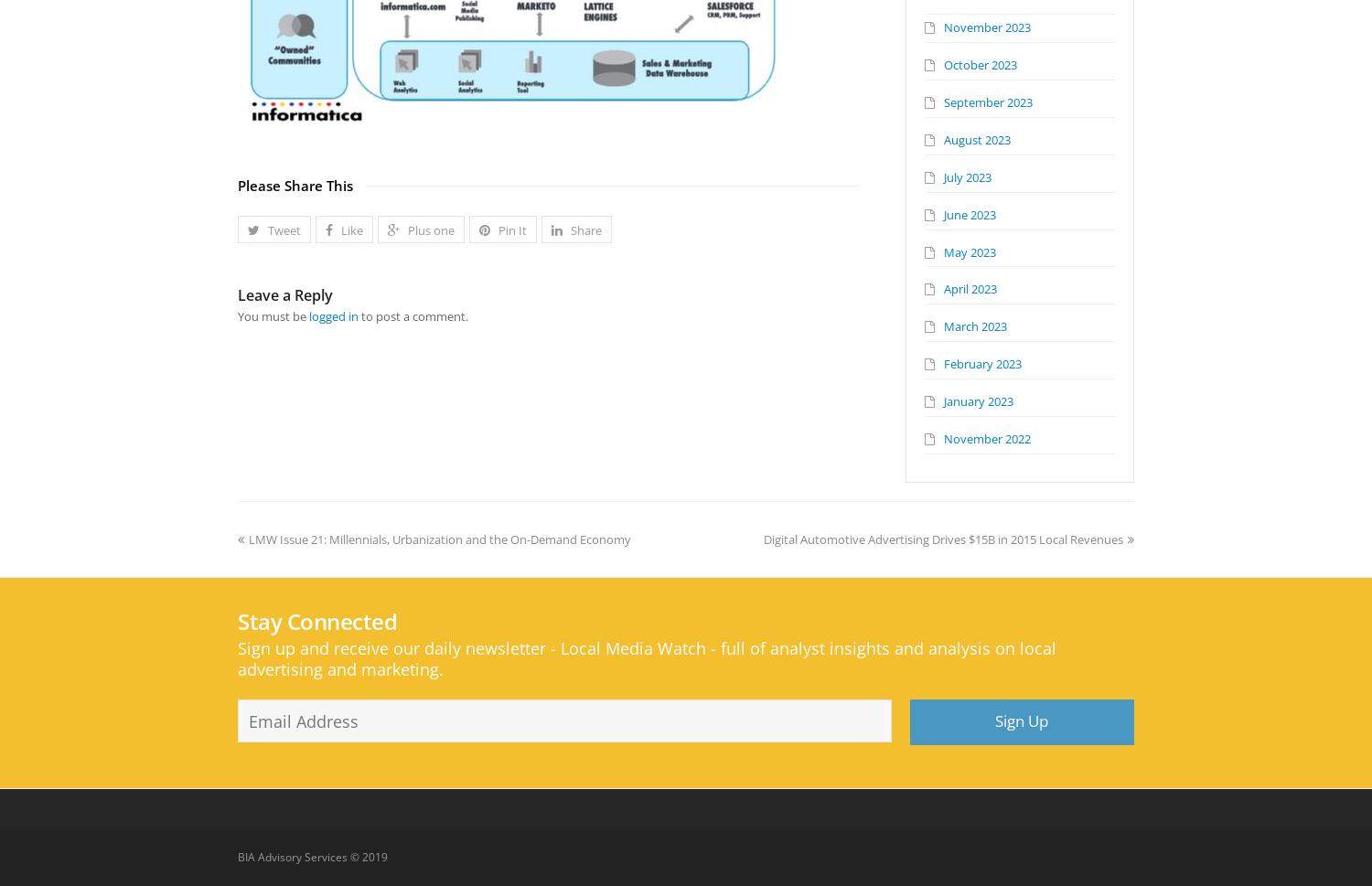 The image size is (1372, 886). I want to click on 'Please Share This', so click(294, 185).